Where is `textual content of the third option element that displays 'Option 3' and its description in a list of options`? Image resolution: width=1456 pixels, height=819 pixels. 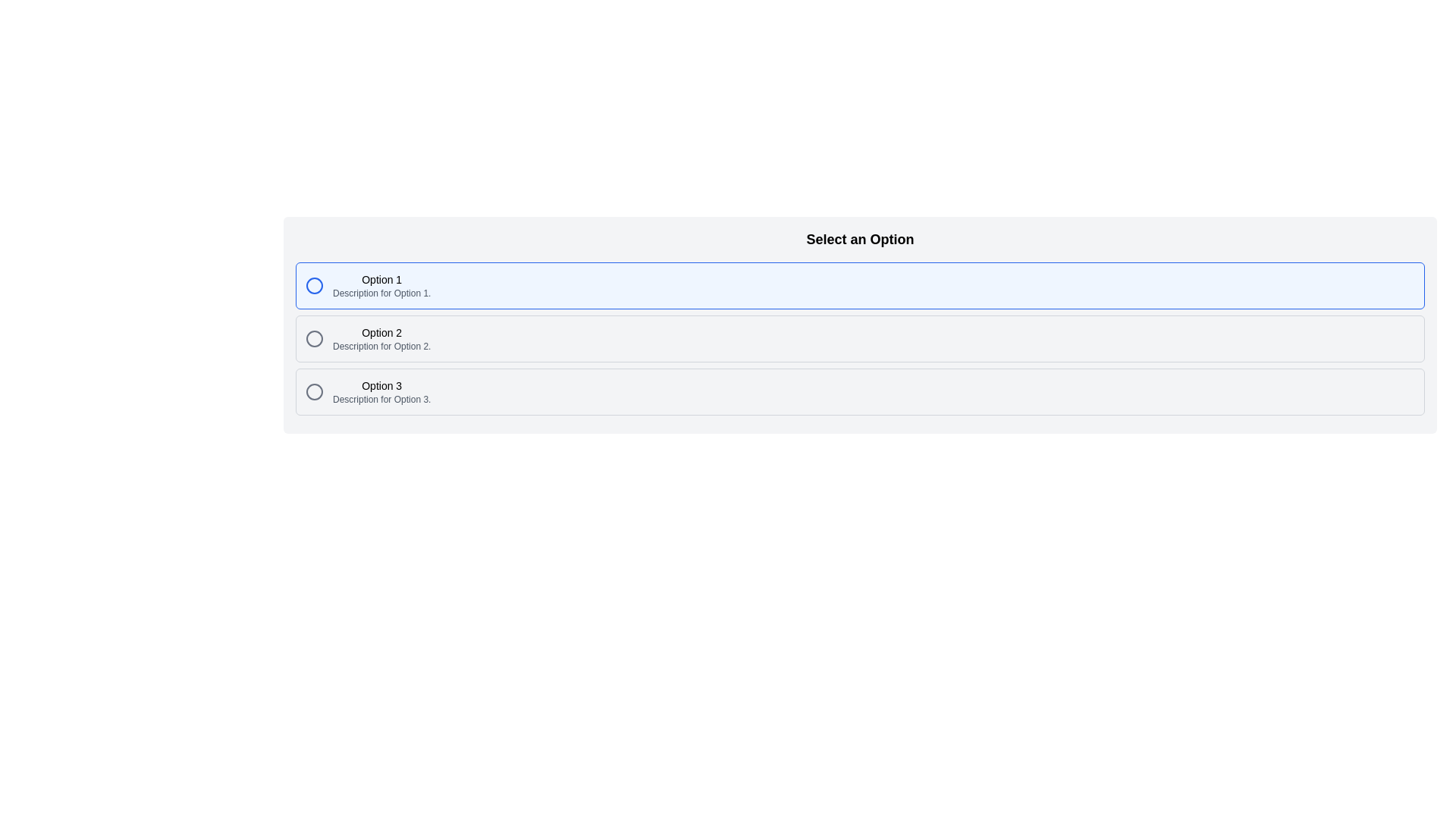 textual content of the third option element that displays 'Option 3' and its description in a list of options is located at coordinates (381, 391).